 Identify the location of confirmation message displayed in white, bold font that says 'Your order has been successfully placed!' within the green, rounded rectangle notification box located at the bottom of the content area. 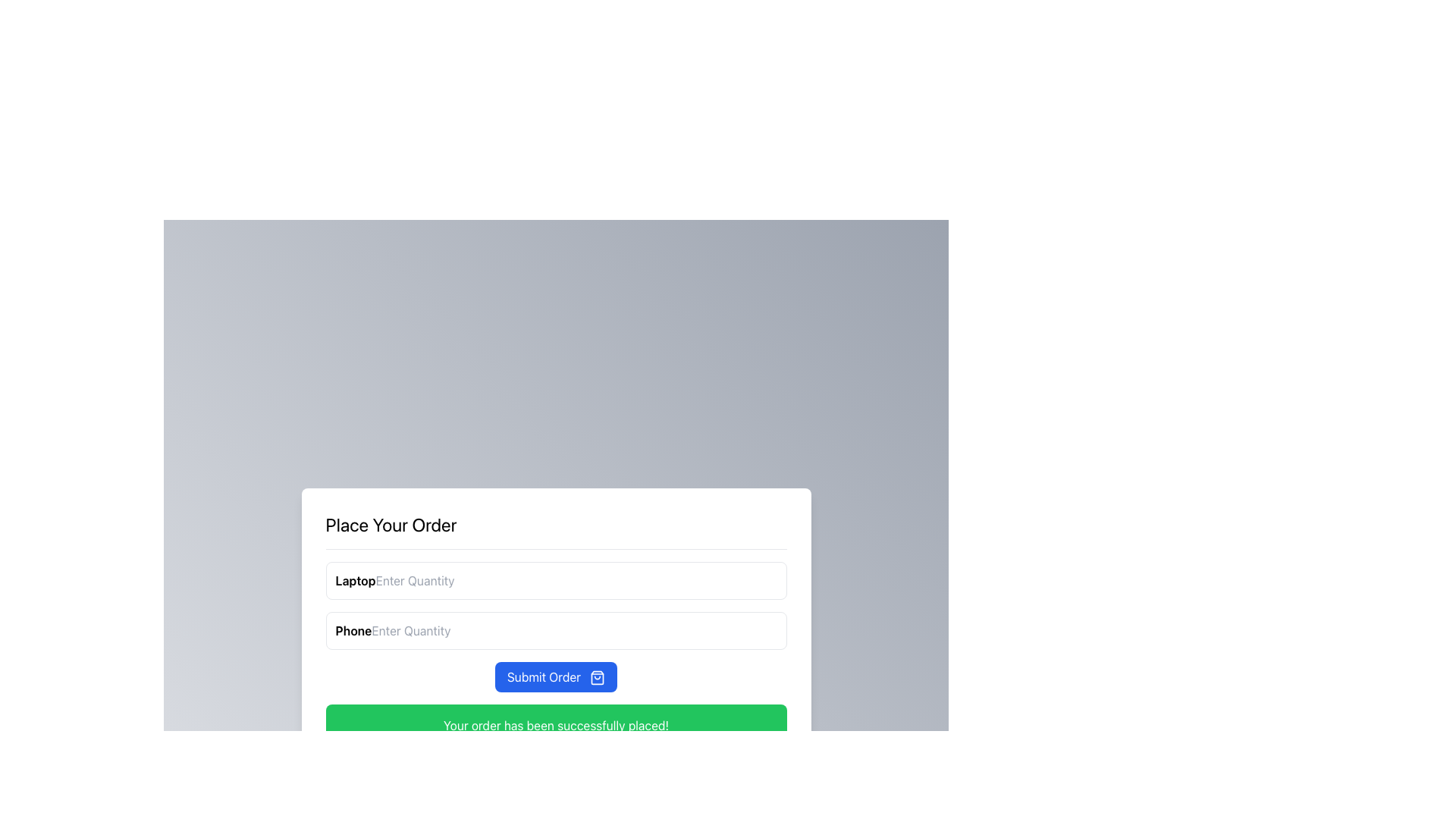
(555, 724).